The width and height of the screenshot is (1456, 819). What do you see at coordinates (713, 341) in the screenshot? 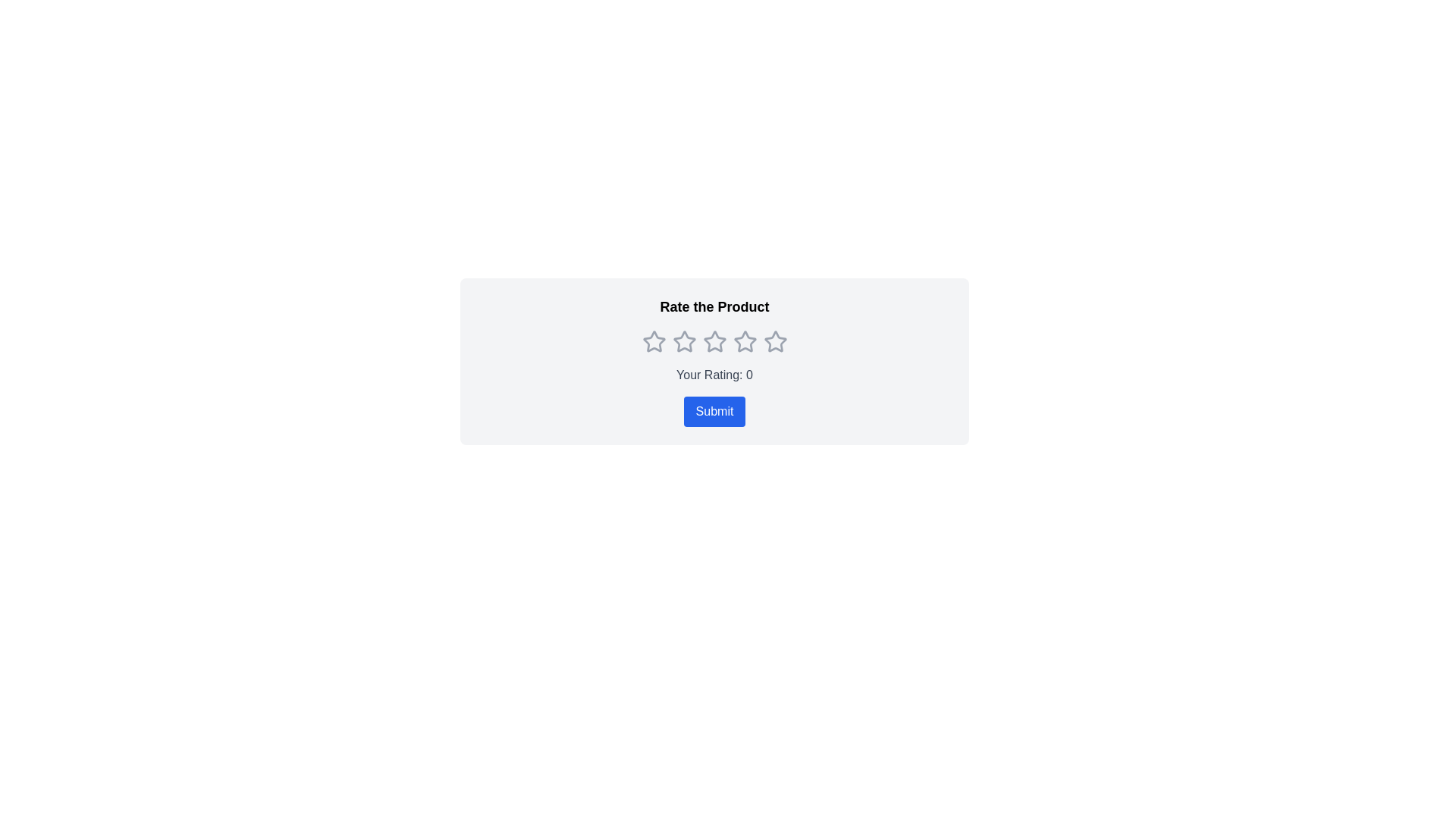
I see `the second interactive rating star icon` at bounding box center [713, 341].